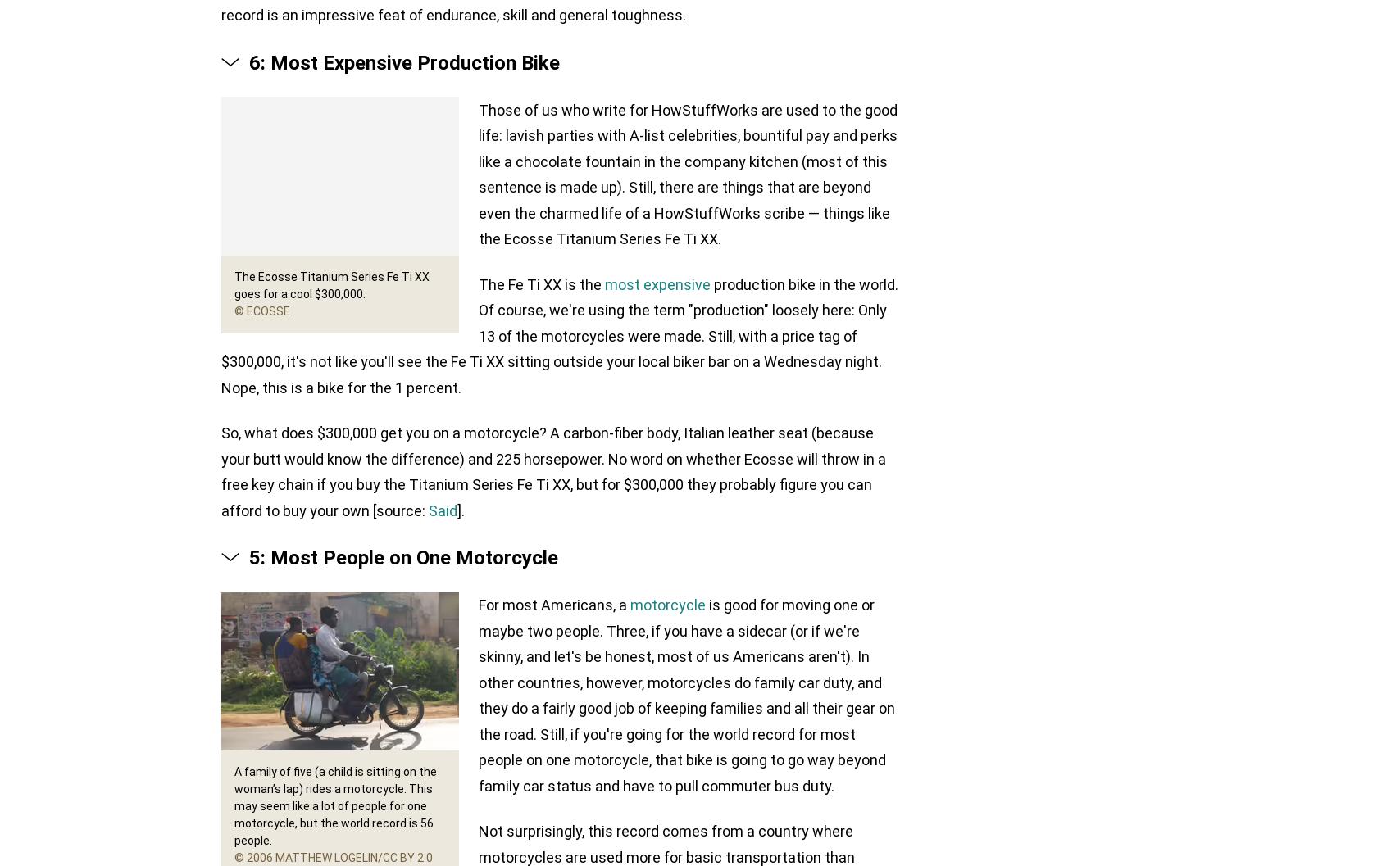  I want to click on '© 2006 Matthew Logelin/CC BY 2.0', so click(334, 856).